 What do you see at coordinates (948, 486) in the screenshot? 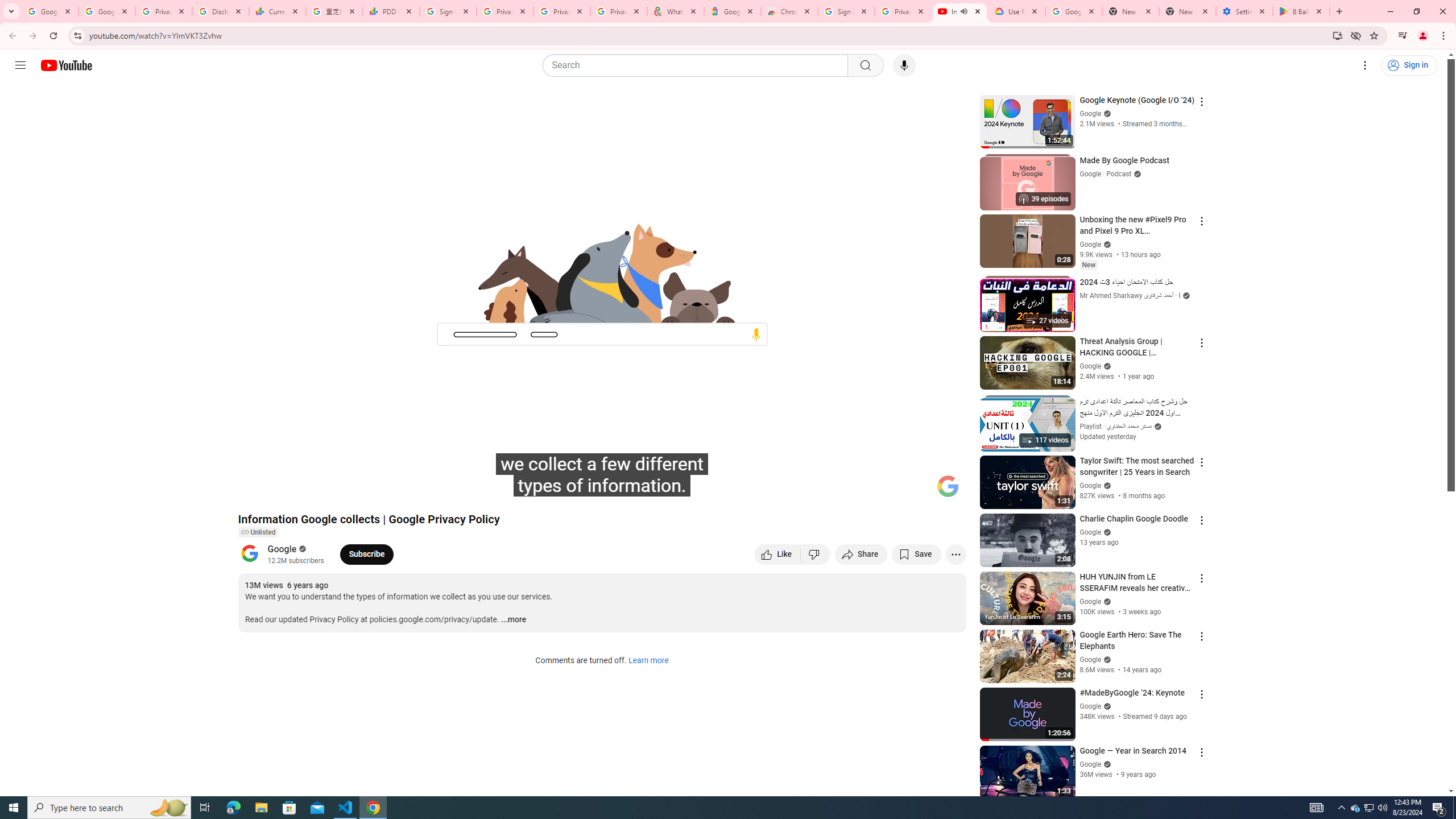
I see `'Channel watermark'` at bounding box center [948, 486].